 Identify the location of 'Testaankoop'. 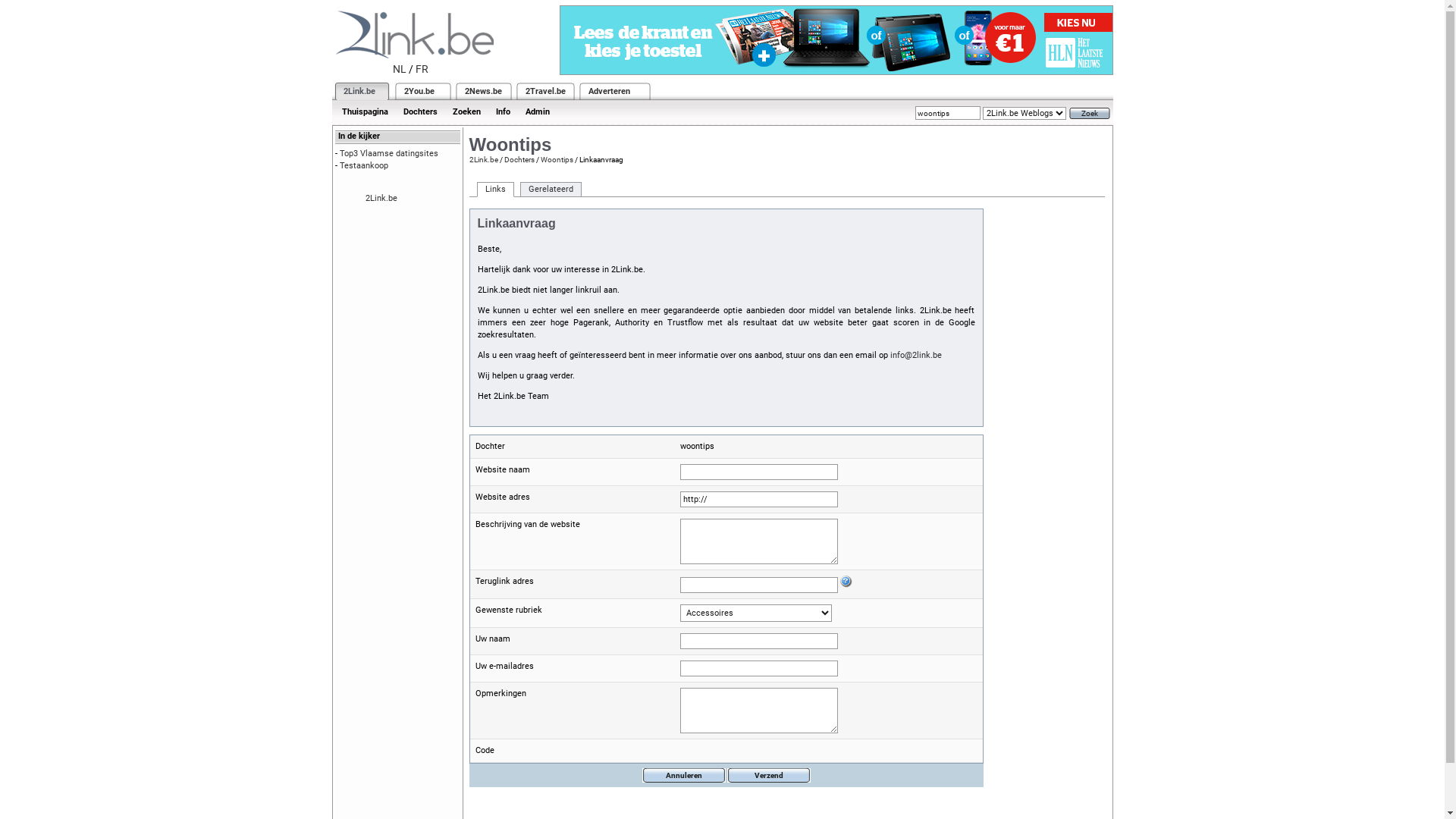
(364, 165).